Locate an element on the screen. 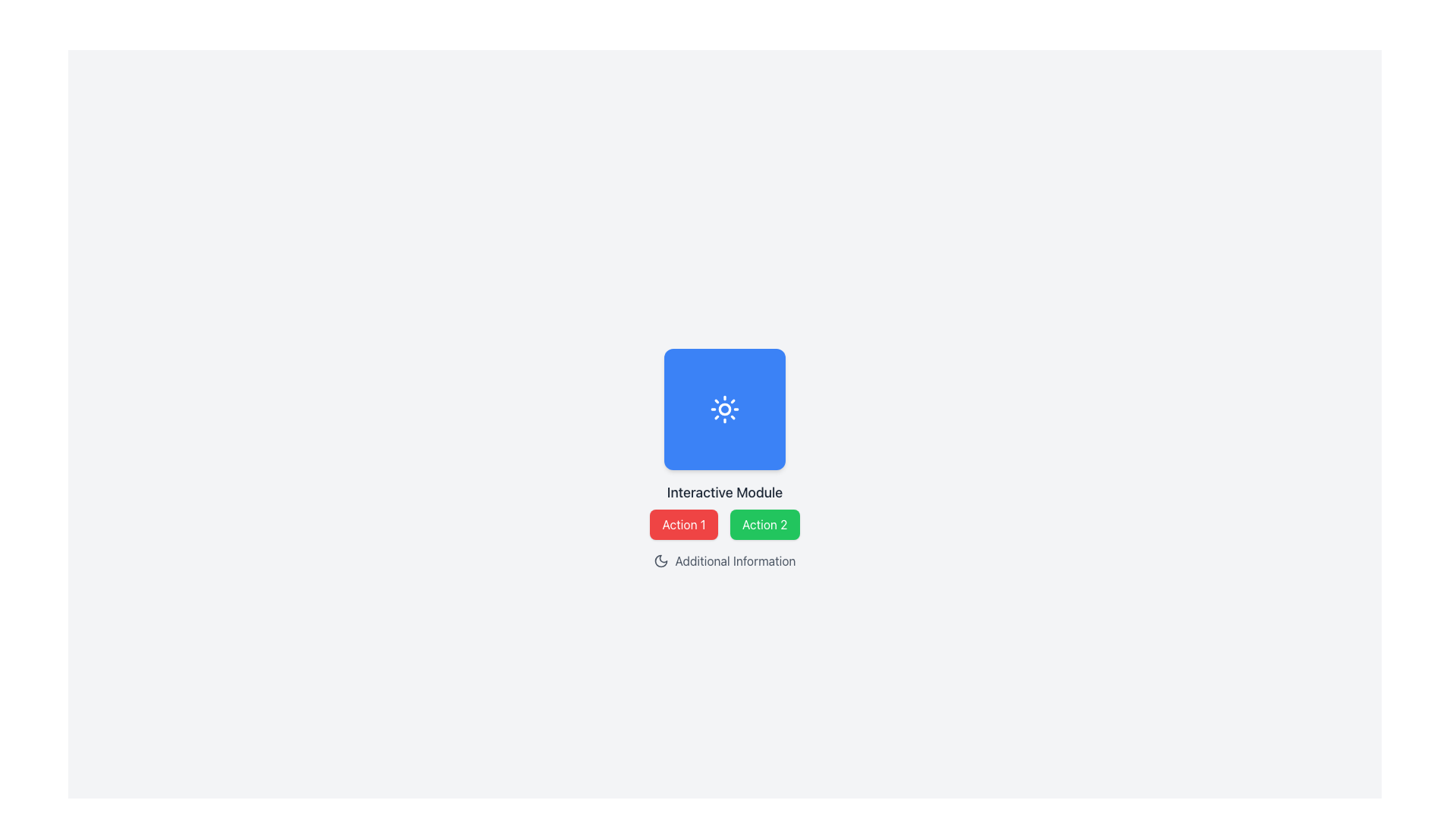  the button labeled 'Action 1', which is positioned directly below the blue interactive module and to the left of the green 'Action 2' button is located at coordinates (683, 523).